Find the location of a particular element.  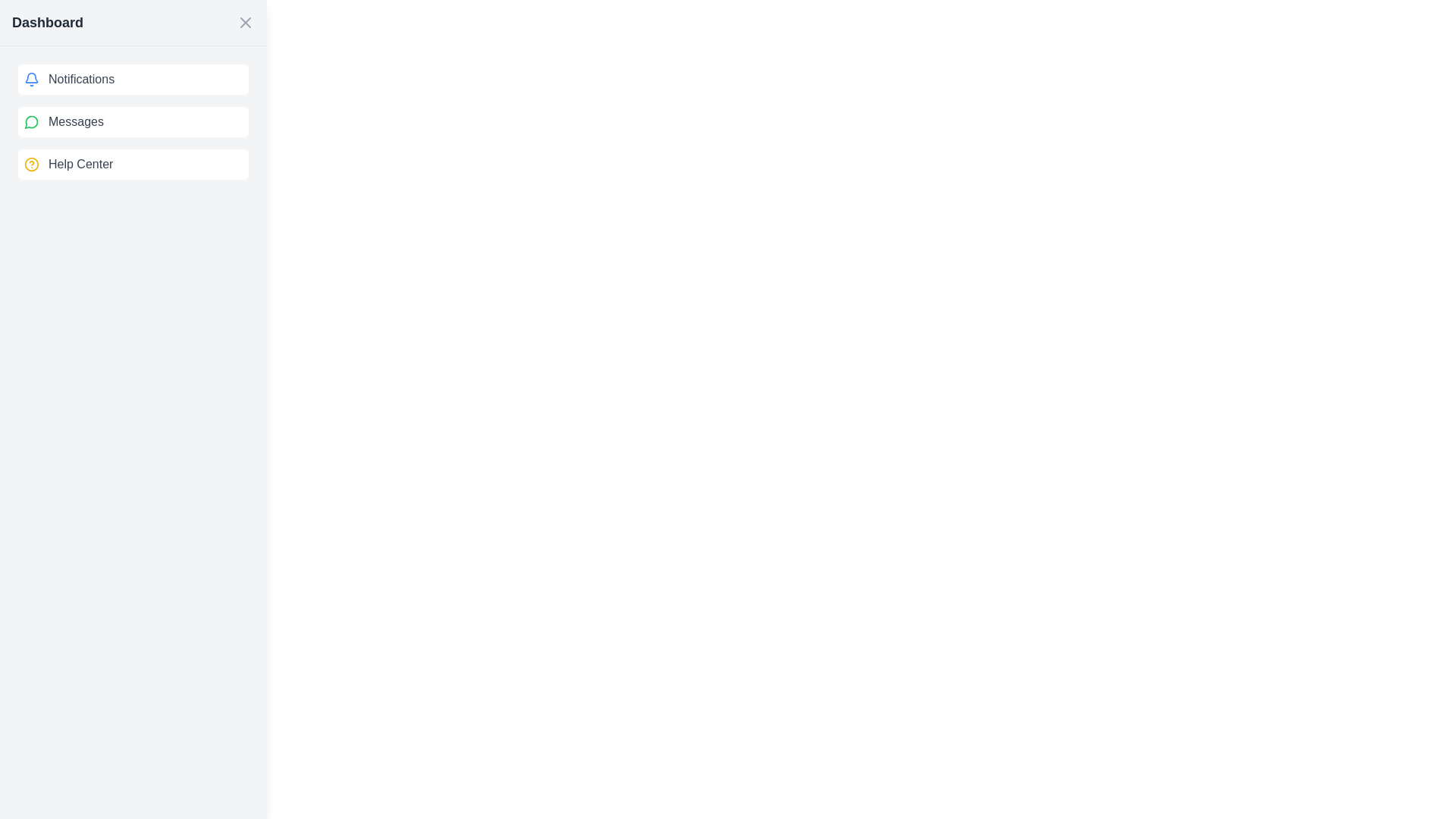

the 'Help Center' icon located at the start of the 'Help Center' menu item in the vertical list of menus for navigation is located at coordinates (32, 164).